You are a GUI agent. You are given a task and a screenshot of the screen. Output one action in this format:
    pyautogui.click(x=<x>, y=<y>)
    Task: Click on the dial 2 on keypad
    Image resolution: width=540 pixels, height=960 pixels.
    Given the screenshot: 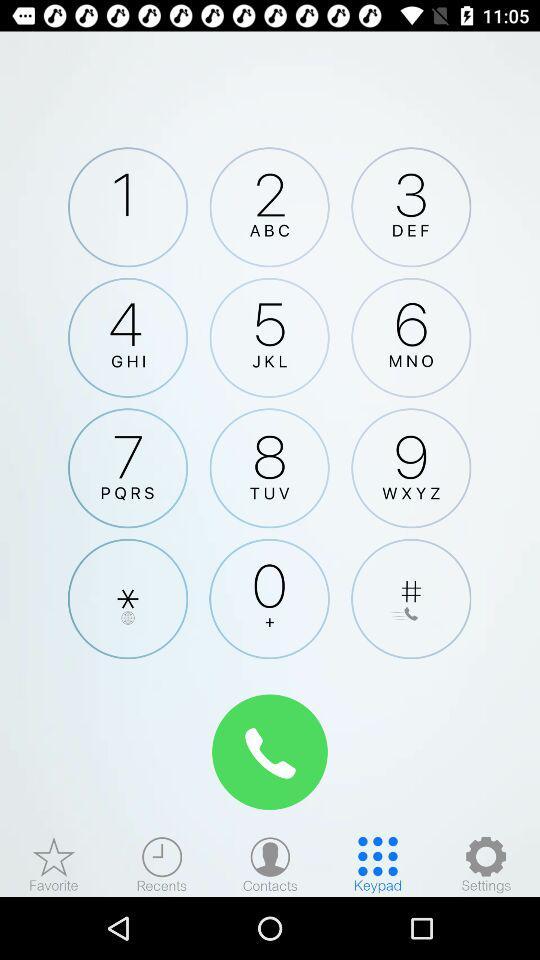 What is the action you would take?
    pyautogui.click(x=269, y=207)
    